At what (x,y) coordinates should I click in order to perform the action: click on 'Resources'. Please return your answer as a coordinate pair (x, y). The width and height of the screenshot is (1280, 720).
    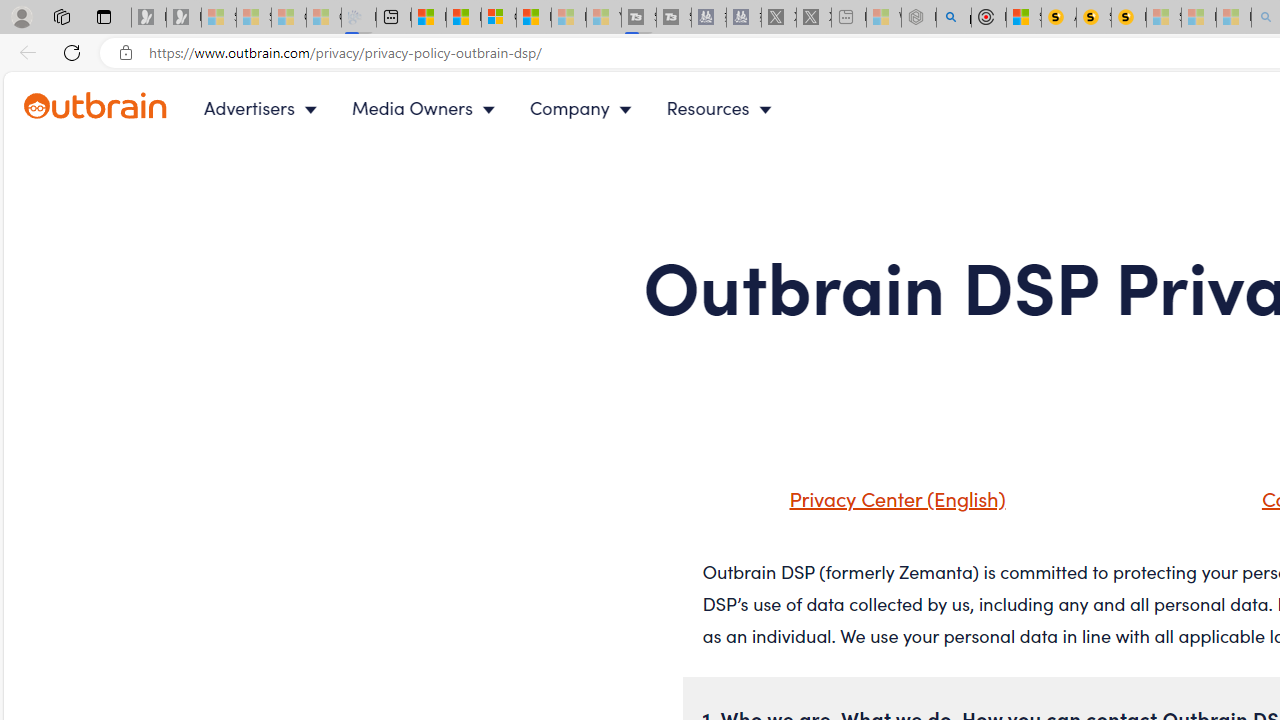
    Looking at the image, I should click on (722, 108).